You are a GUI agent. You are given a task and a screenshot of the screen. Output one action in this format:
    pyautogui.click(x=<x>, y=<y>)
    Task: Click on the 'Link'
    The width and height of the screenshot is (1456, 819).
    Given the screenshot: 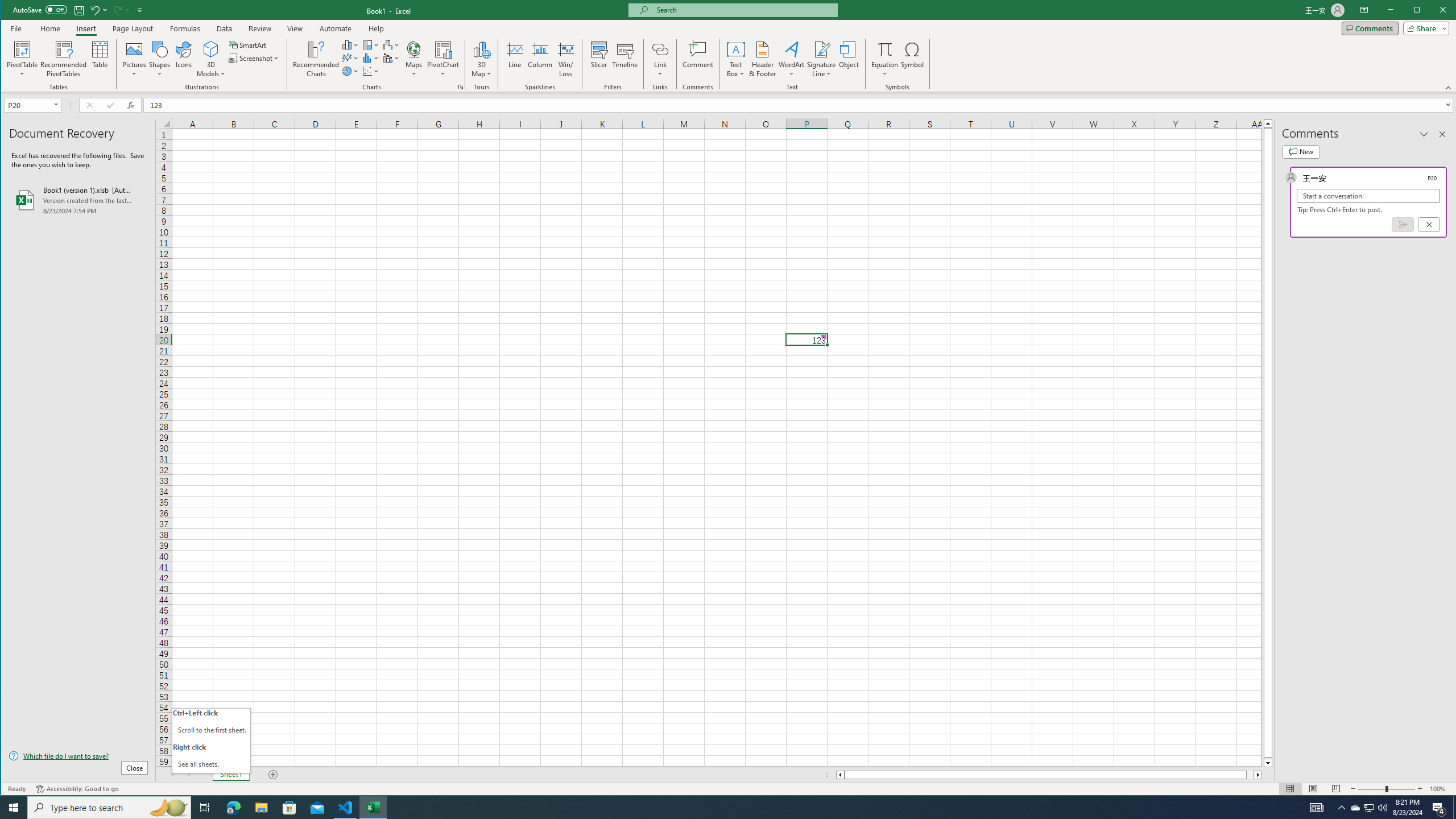 What is the action you would take?
    pyautogui.click(x=659, y=59)
    